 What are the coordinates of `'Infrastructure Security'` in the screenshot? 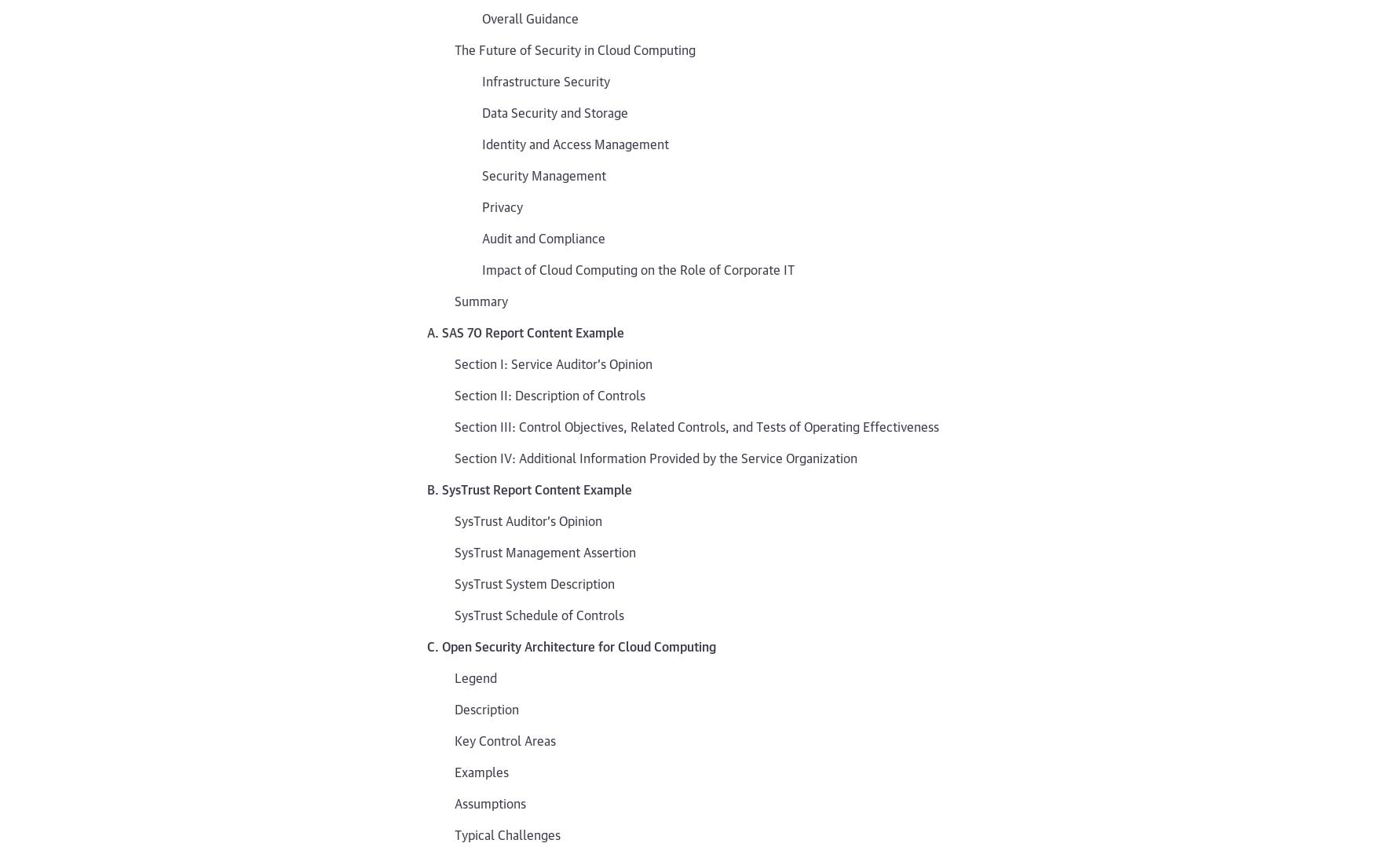 It's located at (545, 79).